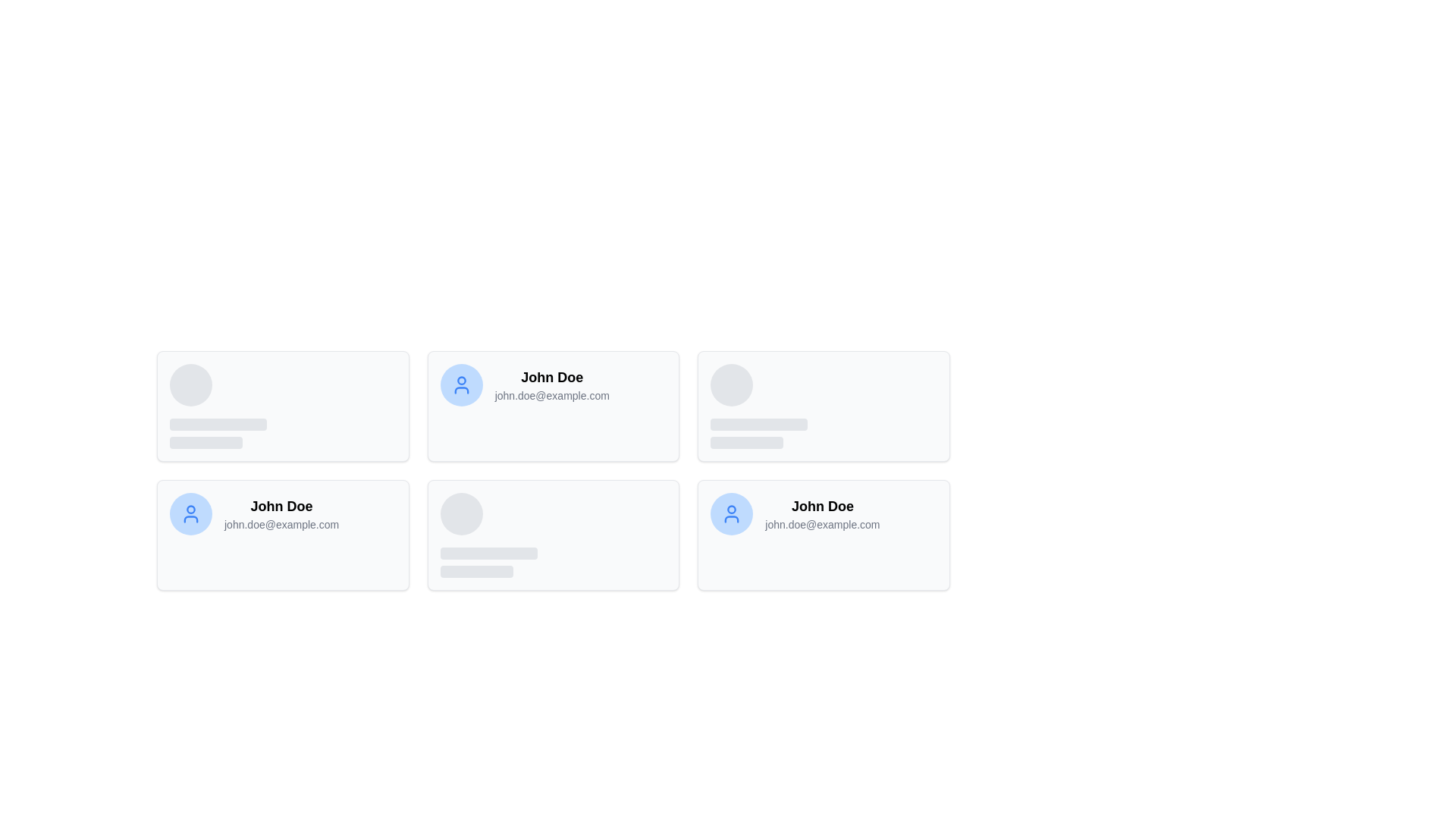  What do you see at coordinates (460, 384) in the screenshot?
I see `the user avatar SVG icon, which is a blue circular head and semi-circular body outline, located within a card in the top row, second from the left` at bounding box center [460, 384].